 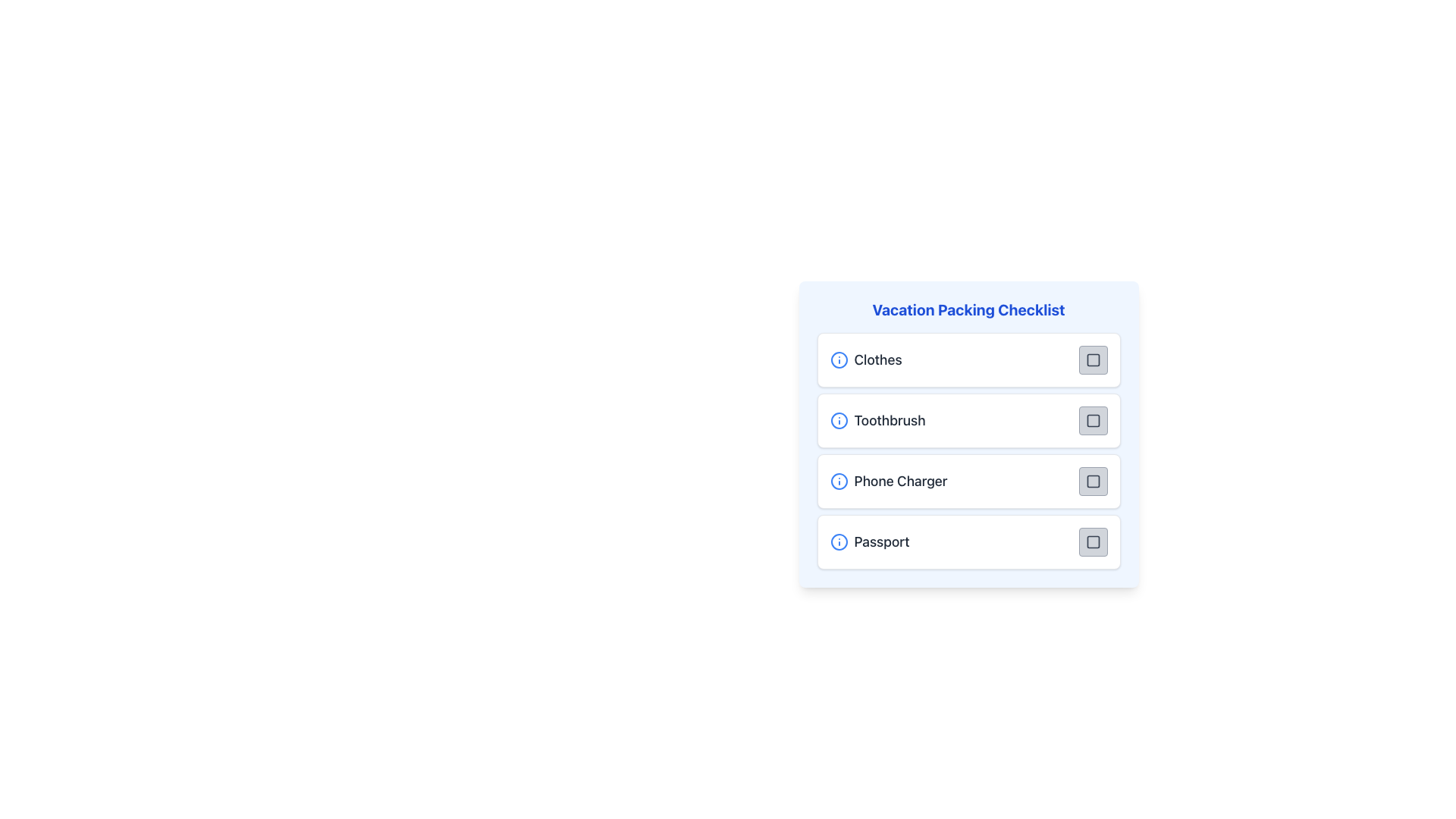 What do you see at coordinates (1093, 482) in the screenshot?
I see `the small square button with rounded borders, which has a gray background and is located to the far right of the 'Phone Charger' label` at bounding box center [1093, 482].